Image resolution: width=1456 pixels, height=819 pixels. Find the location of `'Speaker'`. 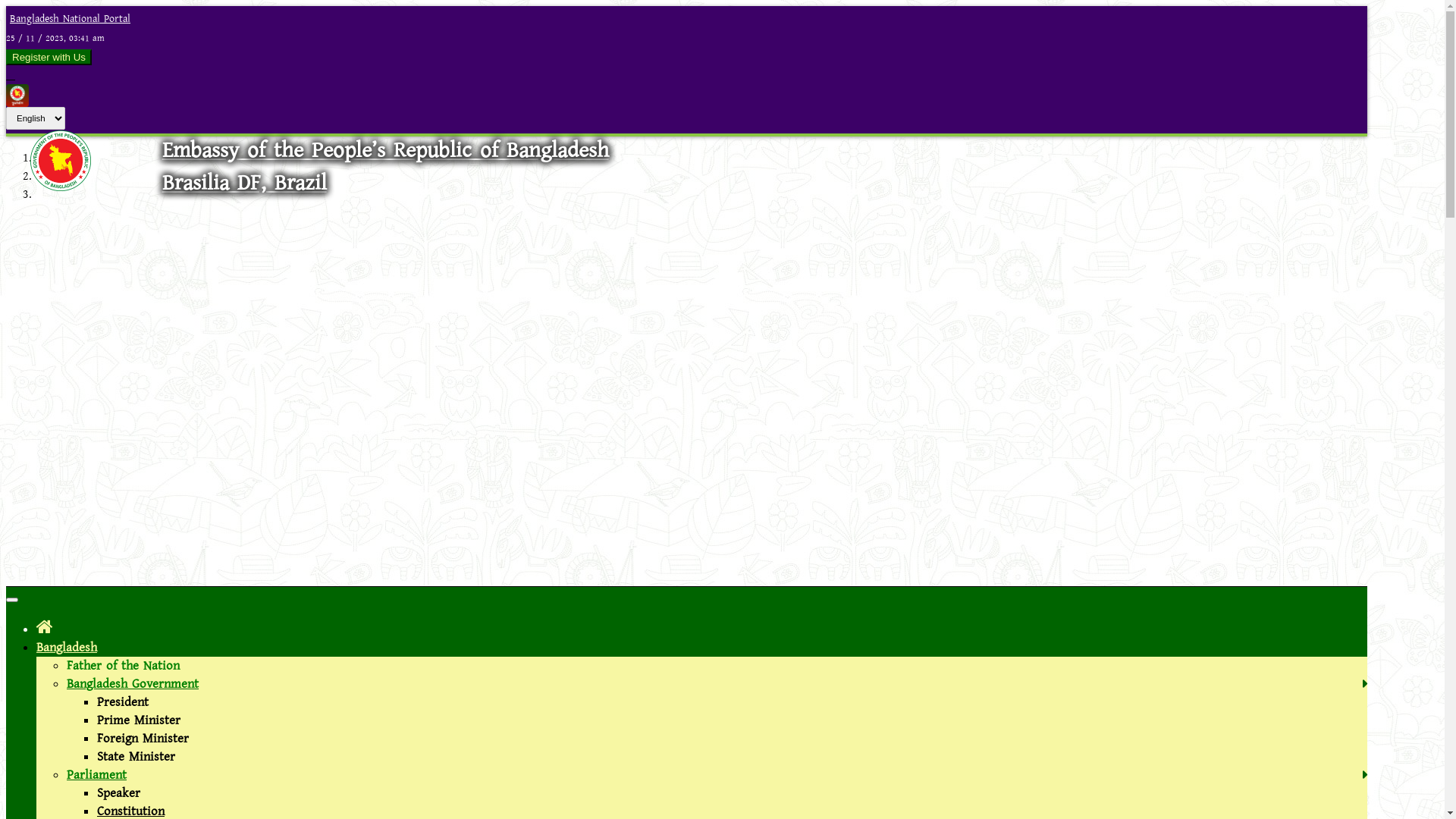

'Speaker' is located at coordinates (96, 792).